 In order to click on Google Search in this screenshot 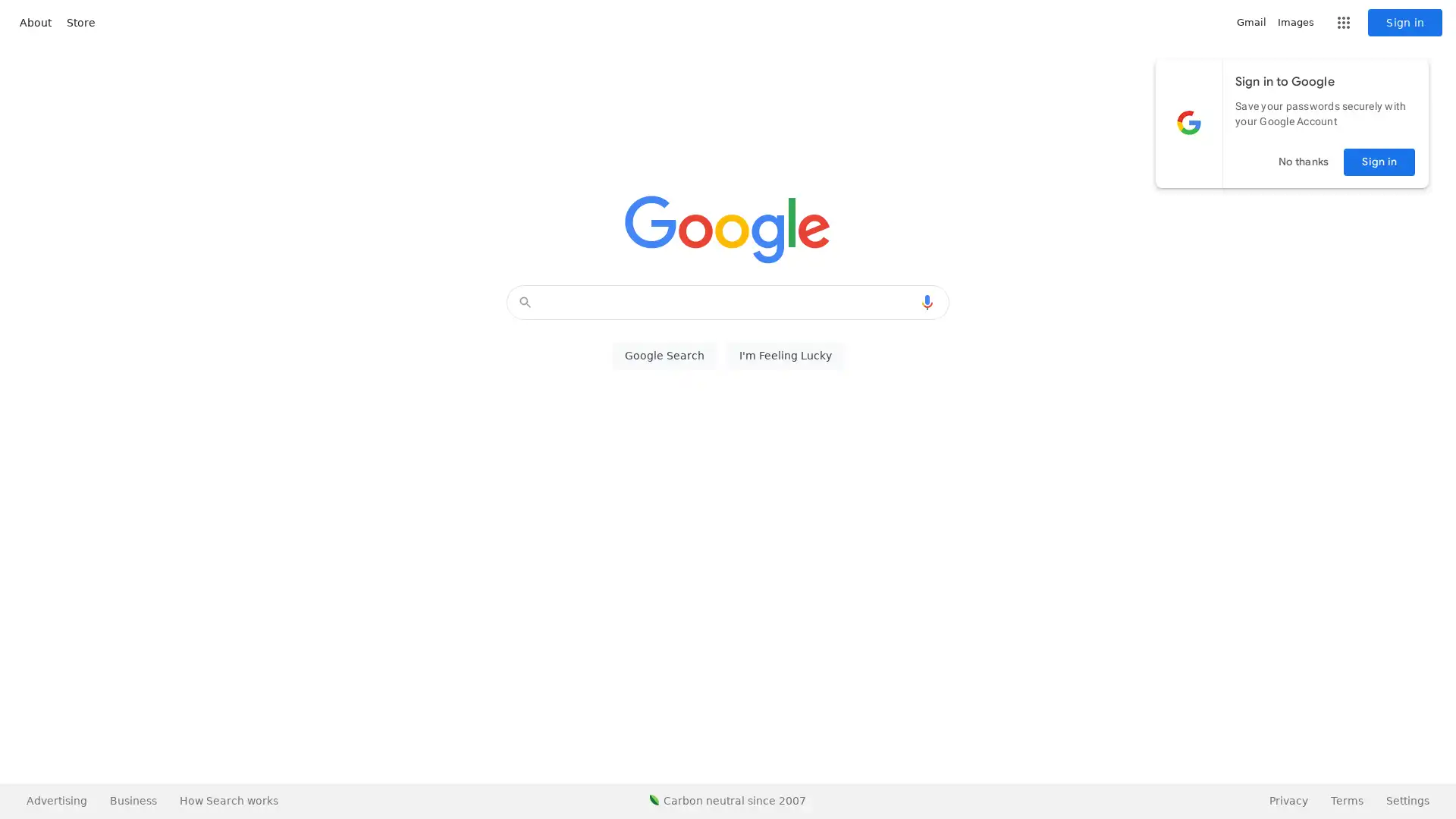, I will do `click(664, 356)`.